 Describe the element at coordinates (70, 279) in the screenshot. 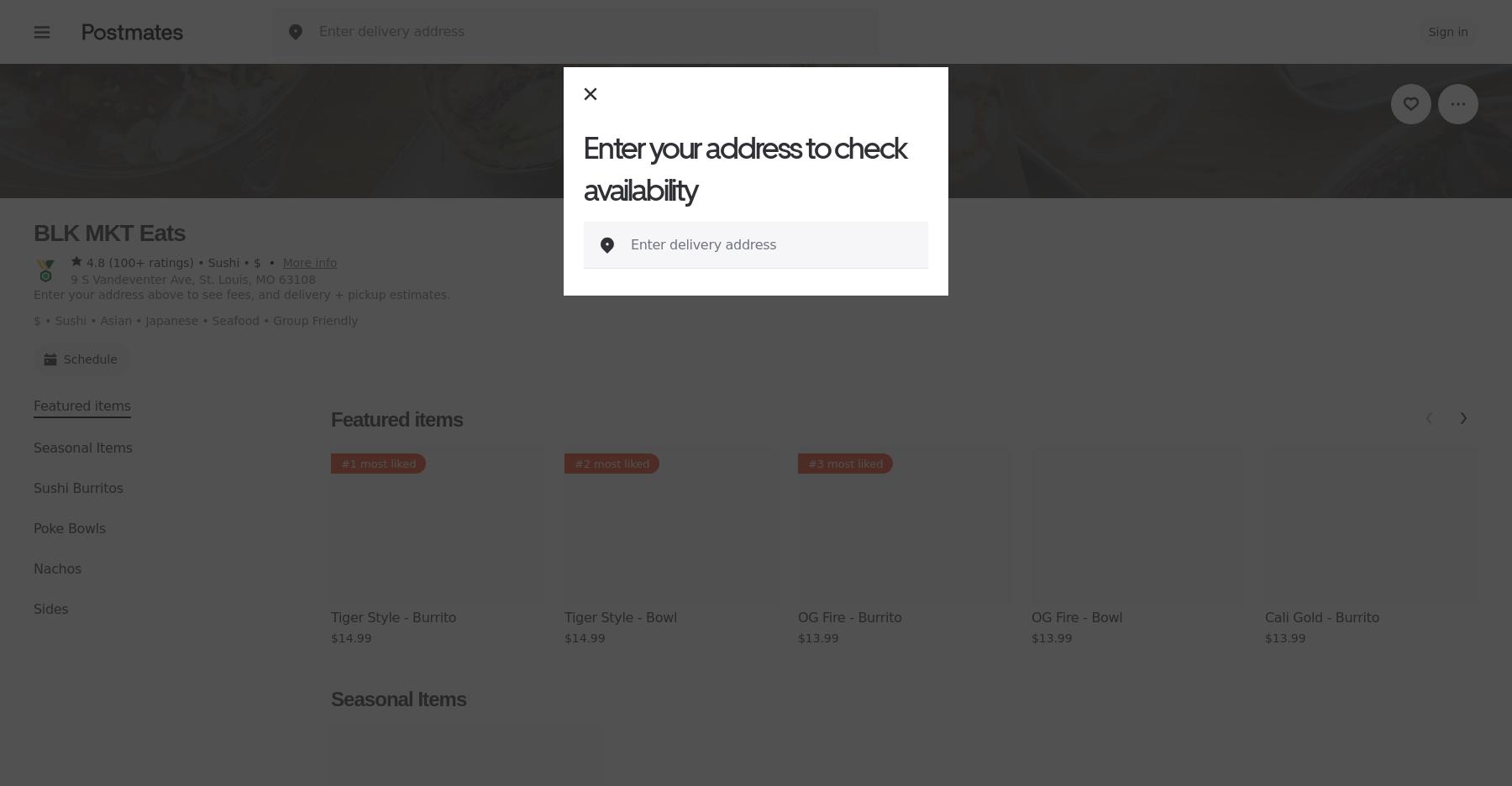

I see `'9 S Vandeventer Ave, St. Louis, MO 63108'` at that location.